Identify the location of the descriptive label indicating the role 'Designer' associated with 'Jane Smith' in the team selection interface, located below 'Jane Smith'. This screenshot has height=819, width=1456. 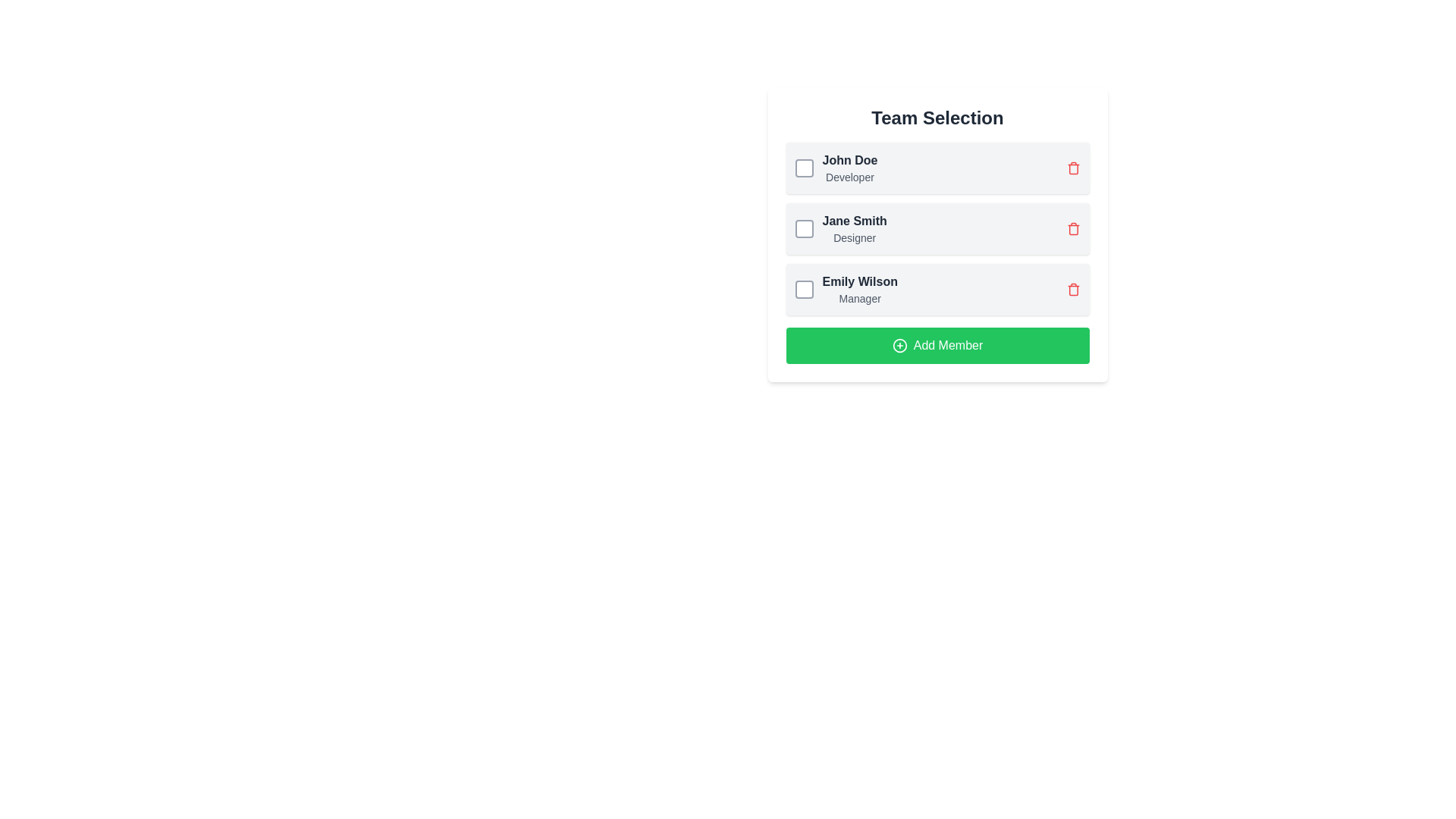
(855, 237).